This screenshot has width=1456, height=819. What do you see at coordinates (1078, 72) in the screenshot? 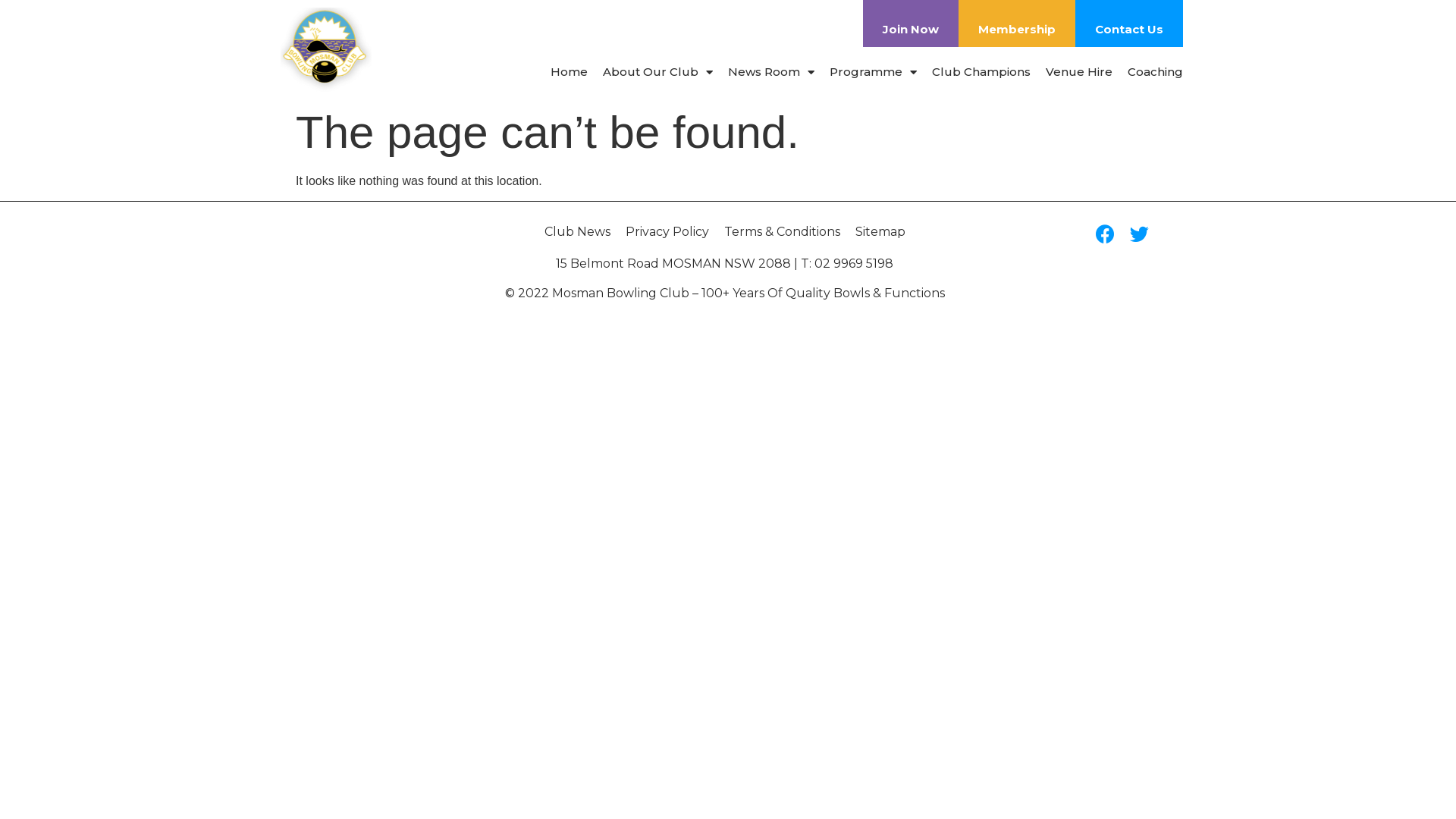
I see `'Venue Hire'` at bounding box center [1078, 72].